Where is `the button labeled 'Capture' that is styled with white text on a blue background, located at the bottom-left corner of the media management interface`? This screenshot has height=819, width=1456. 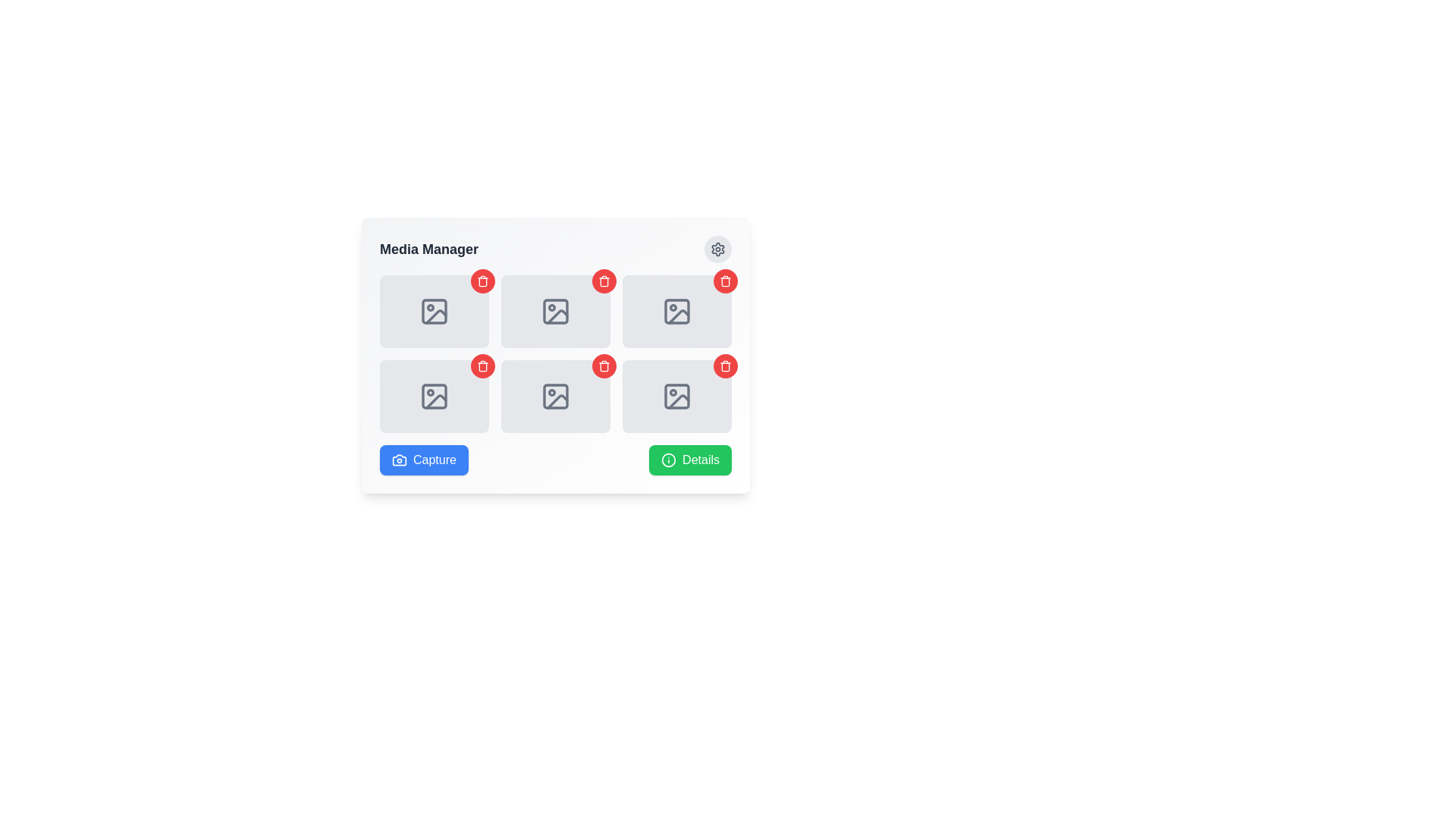
the button labeled 'Capture' that is styled with white text on a blue background, located at the bottom-left corner of the media management interface is located at coordinates (434, 459).